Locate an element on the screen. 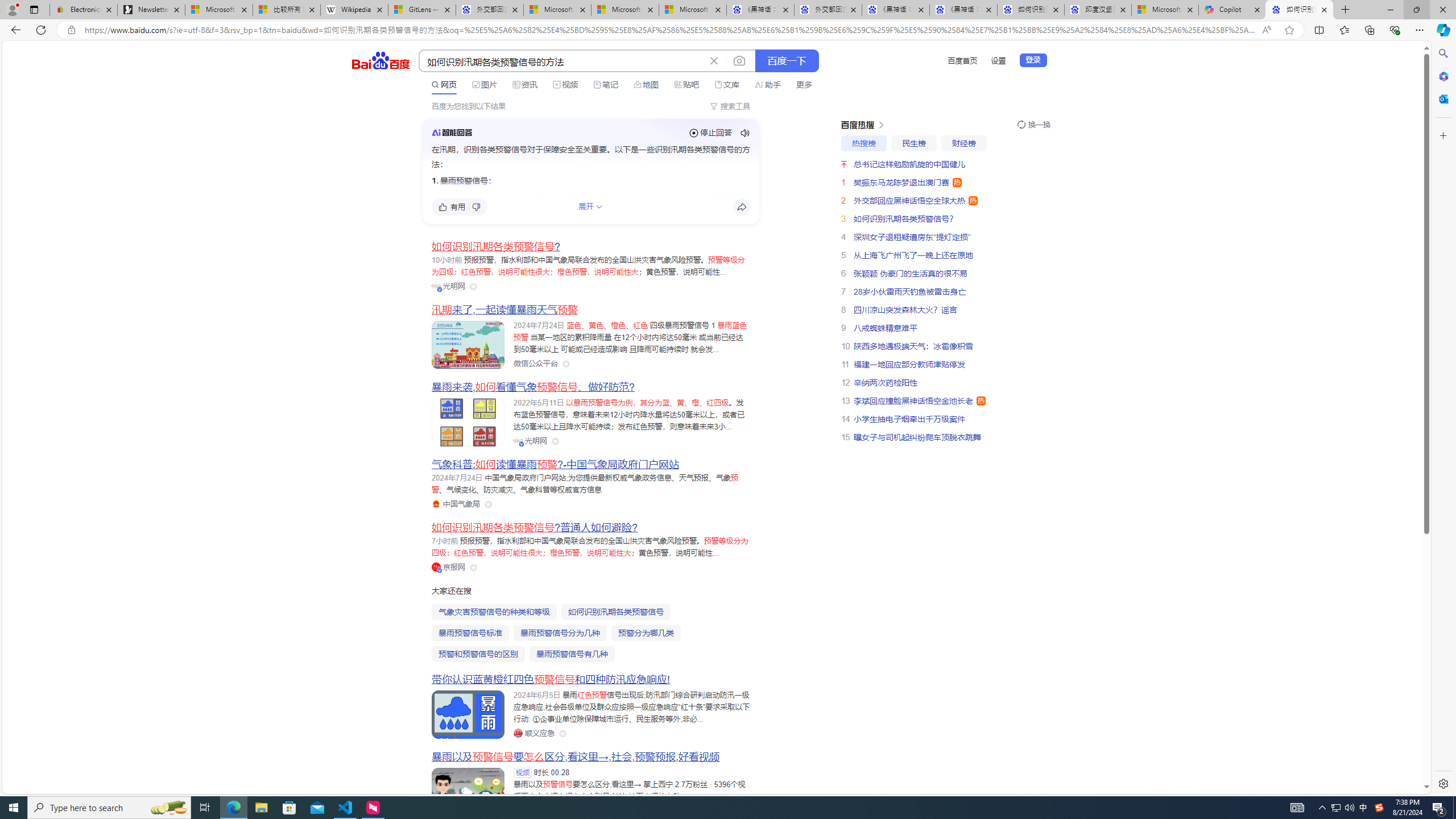 The width and height of the screenshot is (1456, 819). 'Refresh' is located at coordinates (40, 29).